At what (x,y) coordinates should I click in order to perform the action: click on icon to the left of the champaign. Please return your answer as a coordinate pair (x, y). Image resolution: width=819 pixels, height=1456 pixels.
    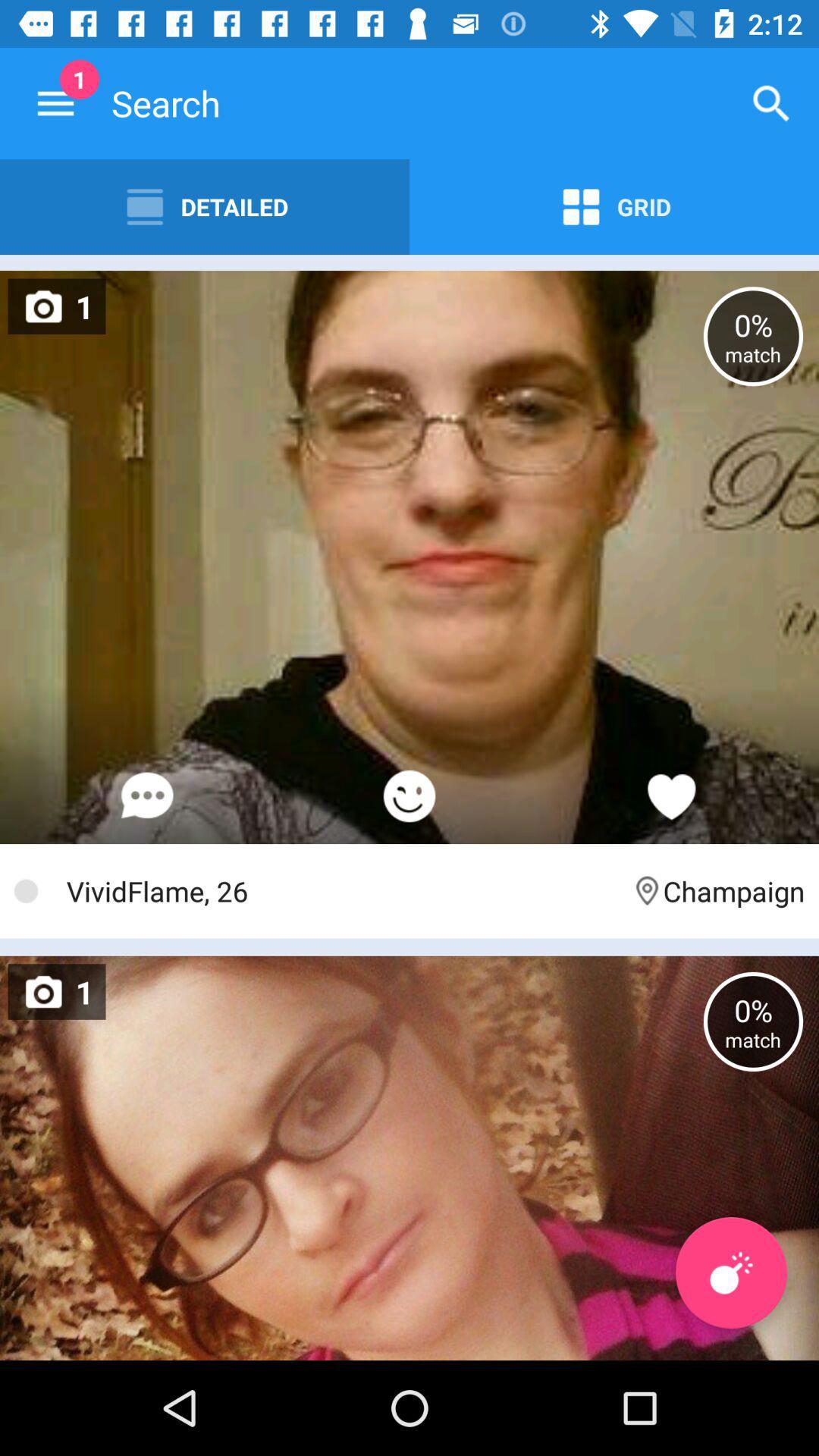
    Looking at the image, I should click on (341, 891).